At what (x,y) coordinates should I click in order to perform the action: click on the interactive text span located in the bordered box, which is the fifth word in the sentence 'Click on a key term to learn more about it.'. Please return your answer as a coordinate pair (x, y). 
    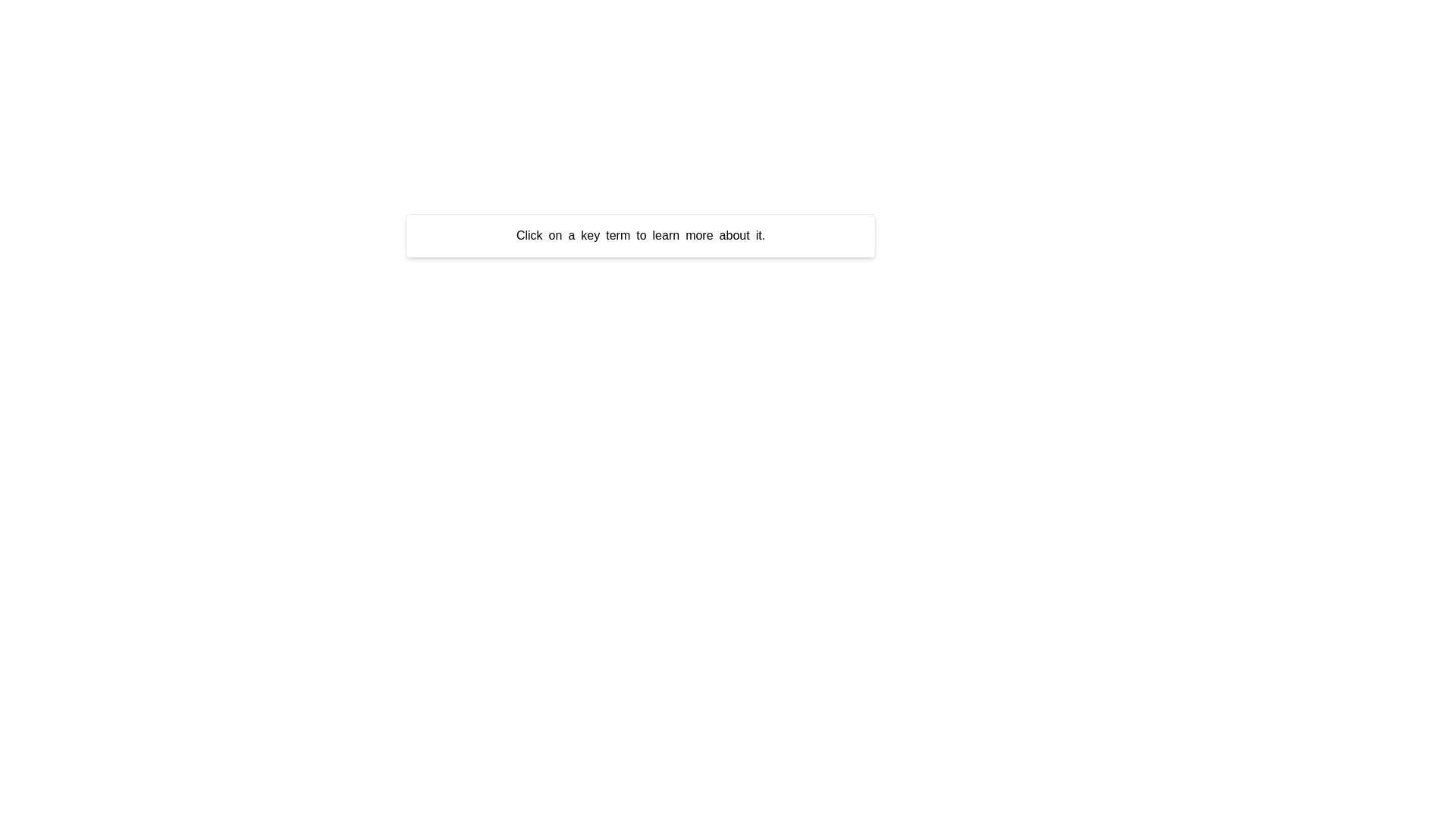
    Looking at the image, I should click on (618, 235).